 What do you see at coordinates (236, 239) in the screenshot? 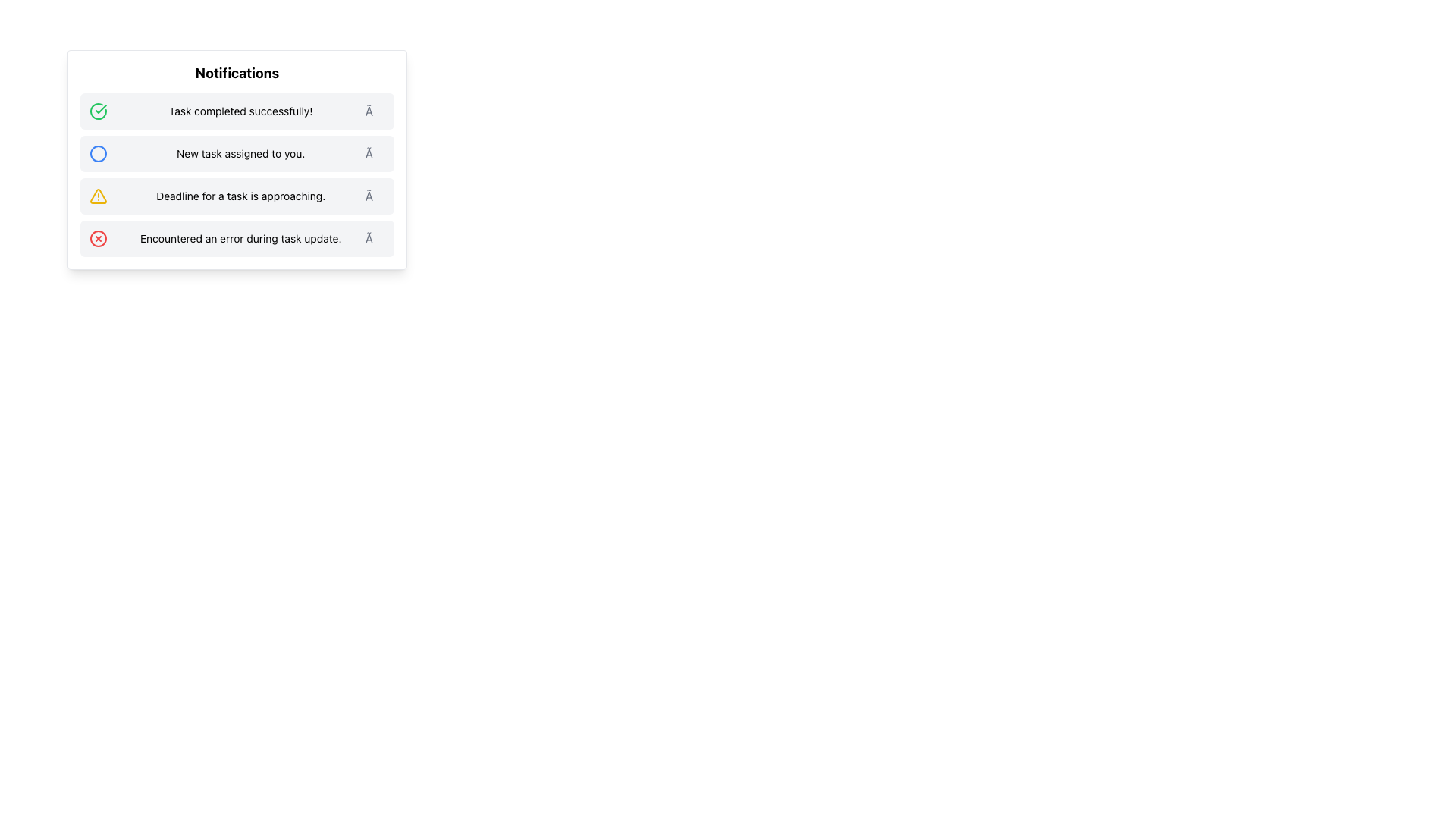
I see `the '×' icon on the fourth notification card in the notification panel` at bounding box center [236, 239].